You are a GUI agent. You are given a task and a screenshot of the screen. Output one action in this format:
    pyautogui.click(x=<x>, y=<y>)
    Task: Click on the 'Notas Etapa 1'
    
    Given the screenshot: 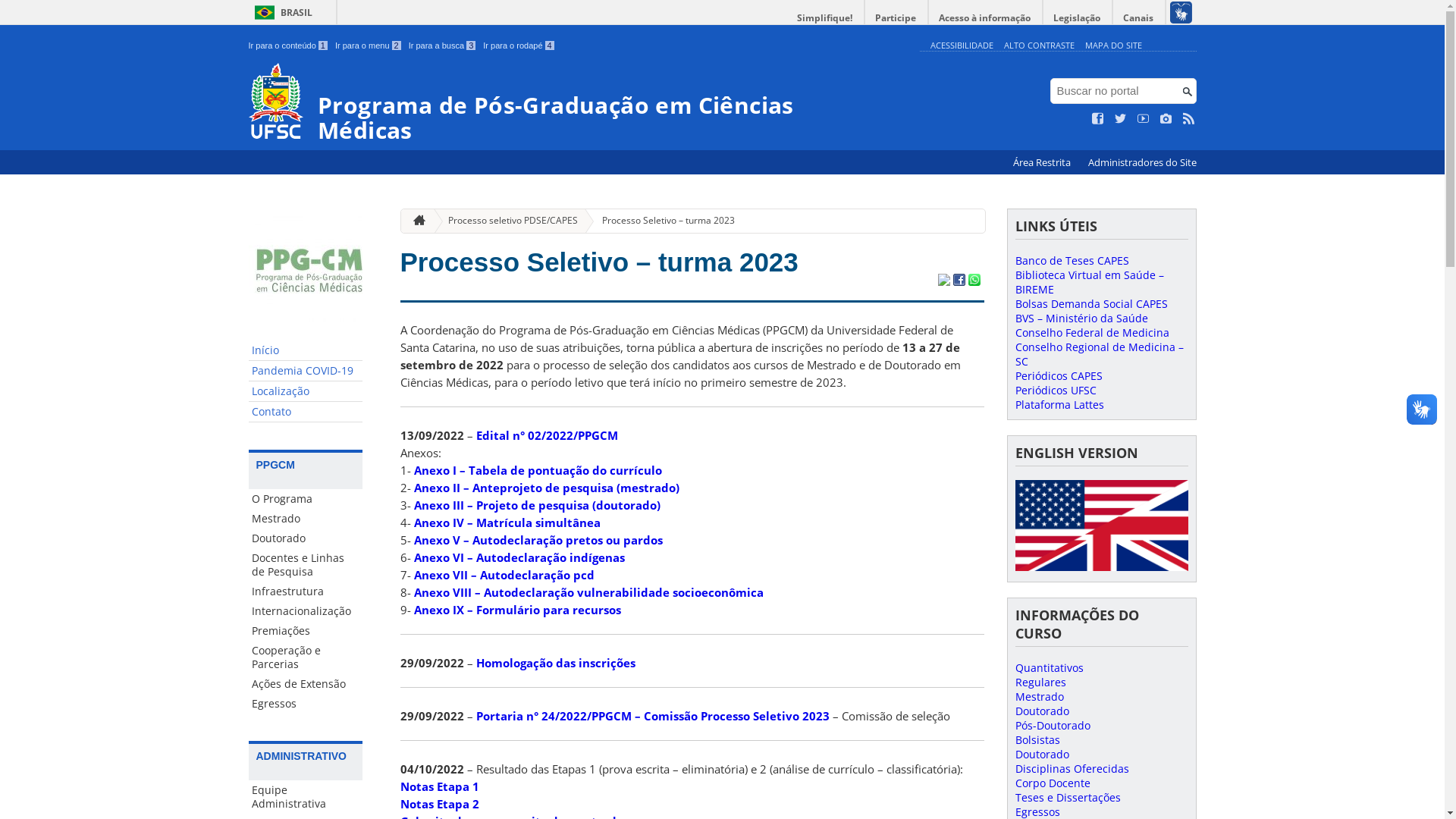 What is the action you would take?
    pyautogui.click(x=400, y=786)
    